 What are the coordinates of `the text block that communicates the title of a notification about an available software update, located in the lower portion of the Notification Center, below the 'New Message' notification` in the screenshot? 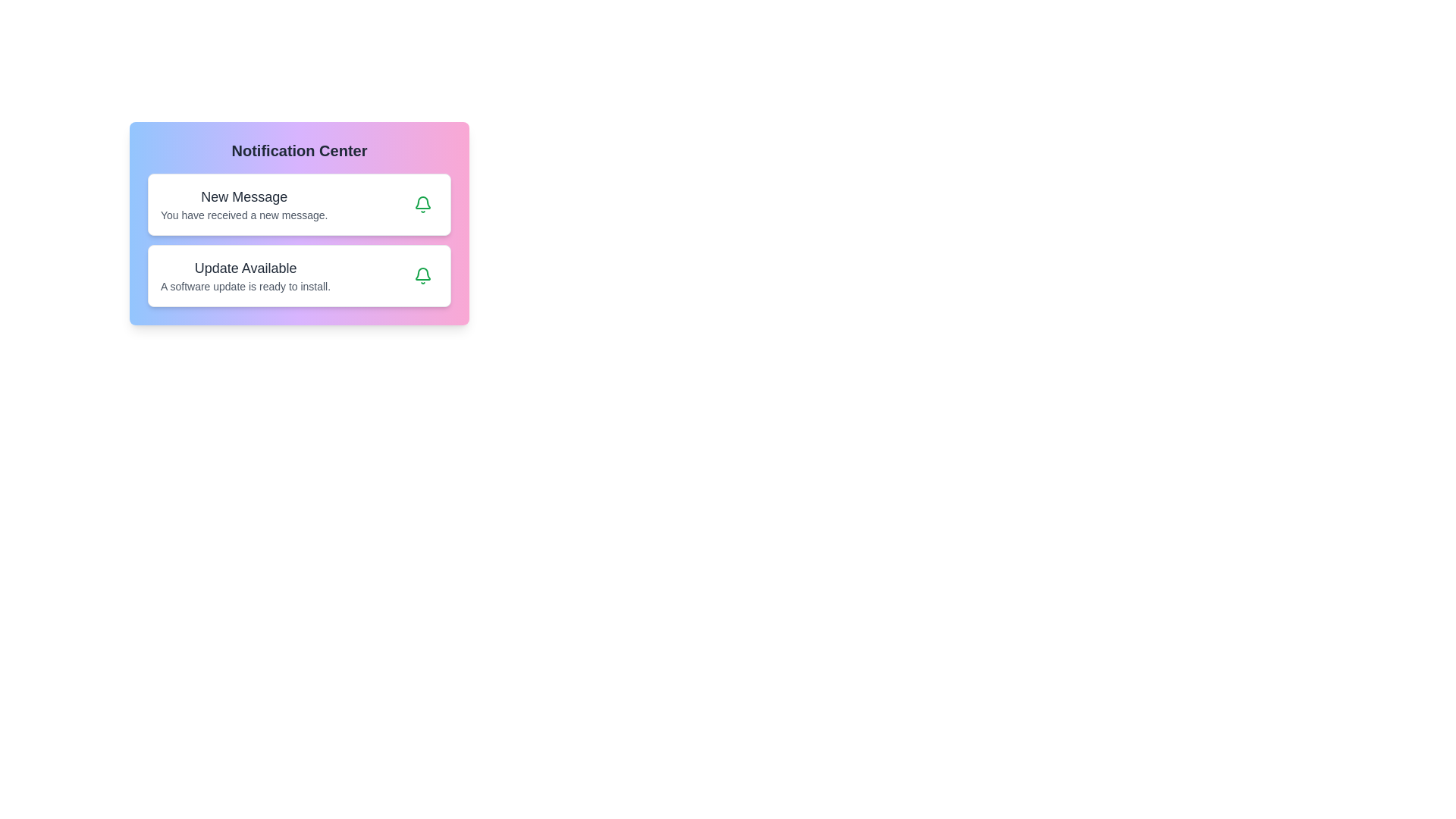 It's located at (246, 275).